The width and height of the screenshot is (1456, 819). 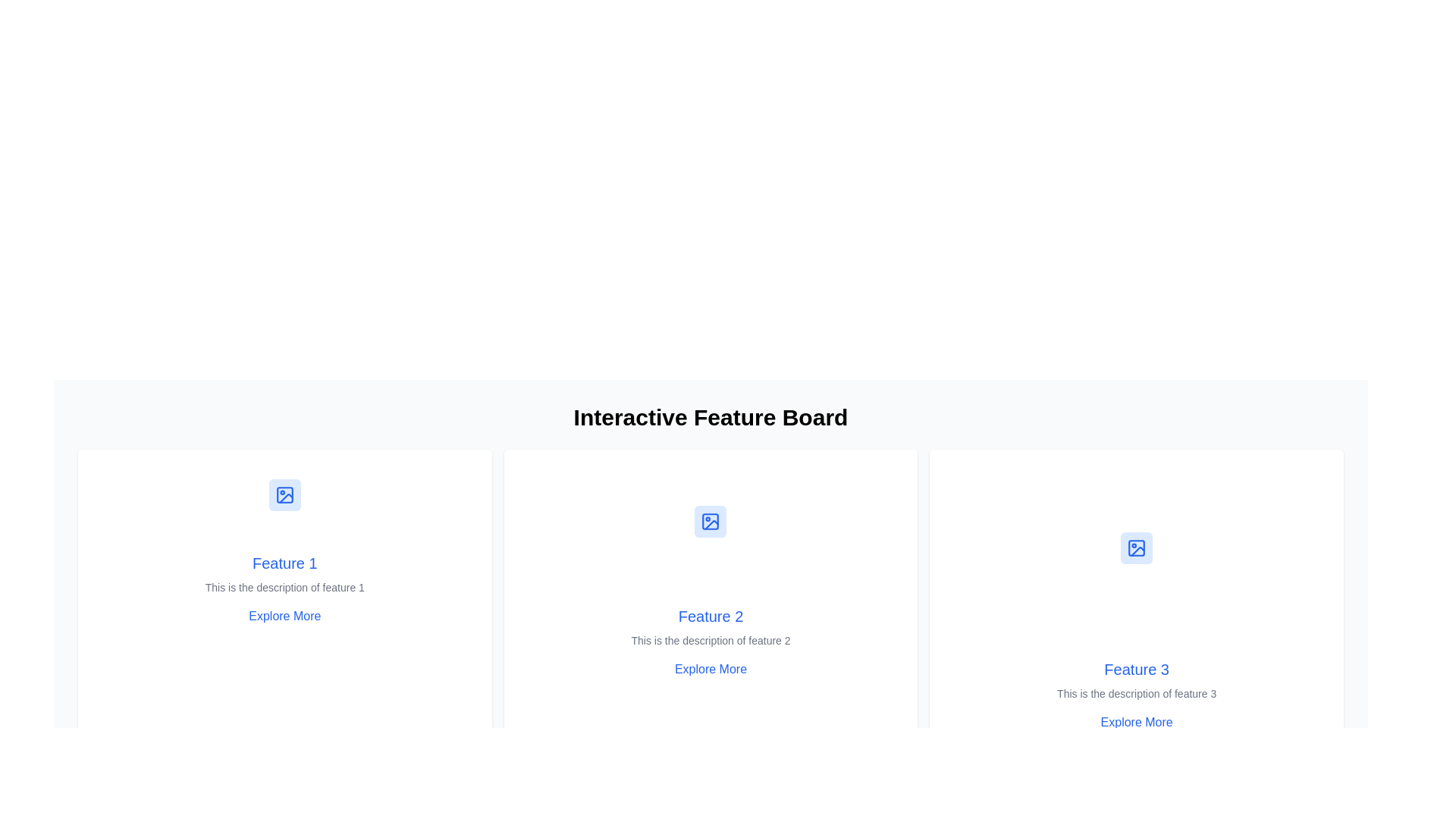 What do you see at coordinates (710, 520) in the screenshot?
I see `the Decorative icon located in the middle-area of the card labeled 'Feature 2', which is the second card from the left in a horizontally laid-out set of cards` at bounding box center [710, 520].